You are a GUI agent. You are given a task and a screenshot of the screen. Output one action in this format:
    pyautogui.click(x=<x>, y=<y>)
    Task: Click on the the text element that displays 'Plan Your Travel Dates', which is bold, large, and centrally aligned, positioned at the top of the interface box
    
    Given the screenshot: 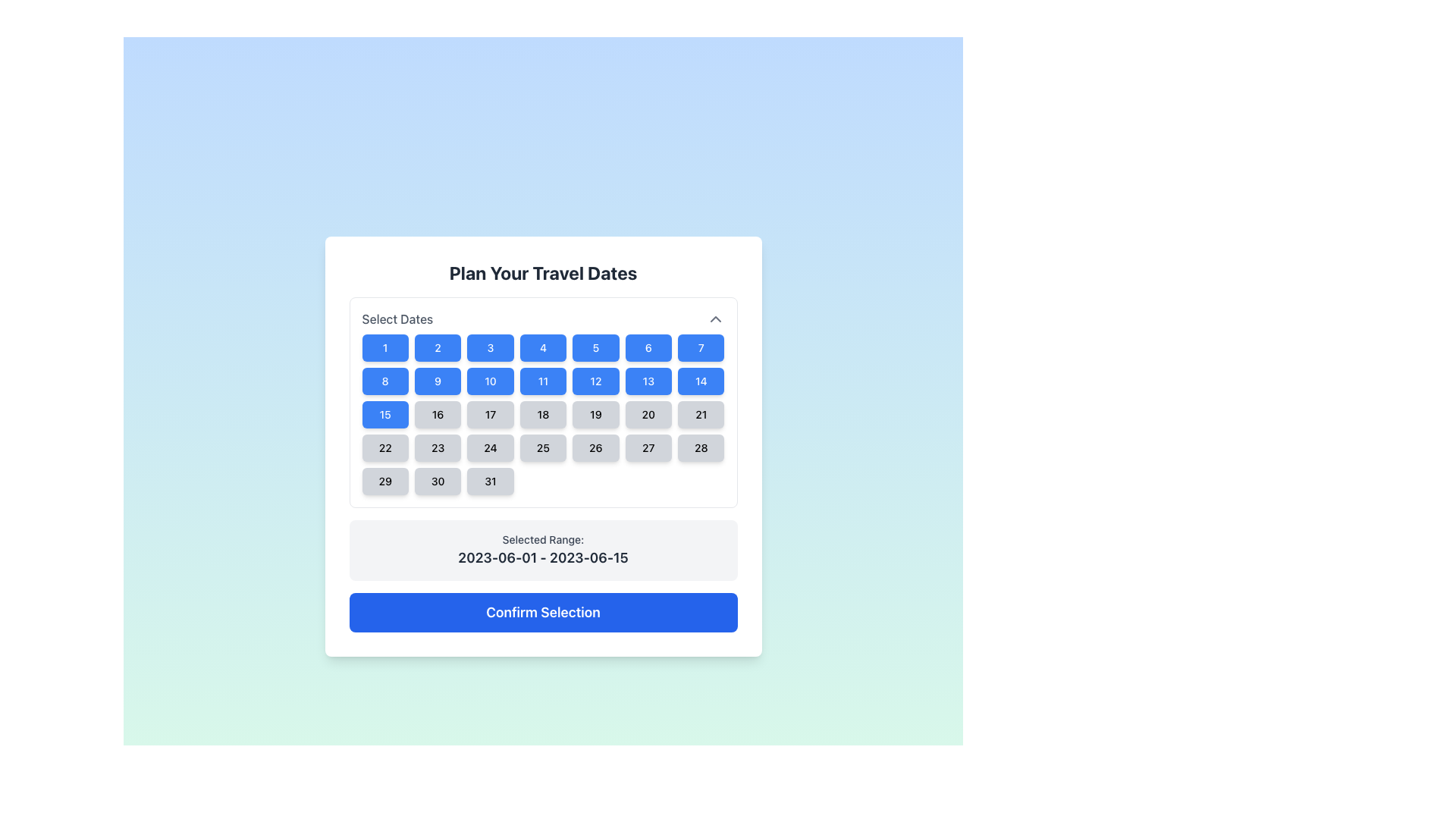 What is the action you would take?
    pyautogui.click(x=543, y=271)
    